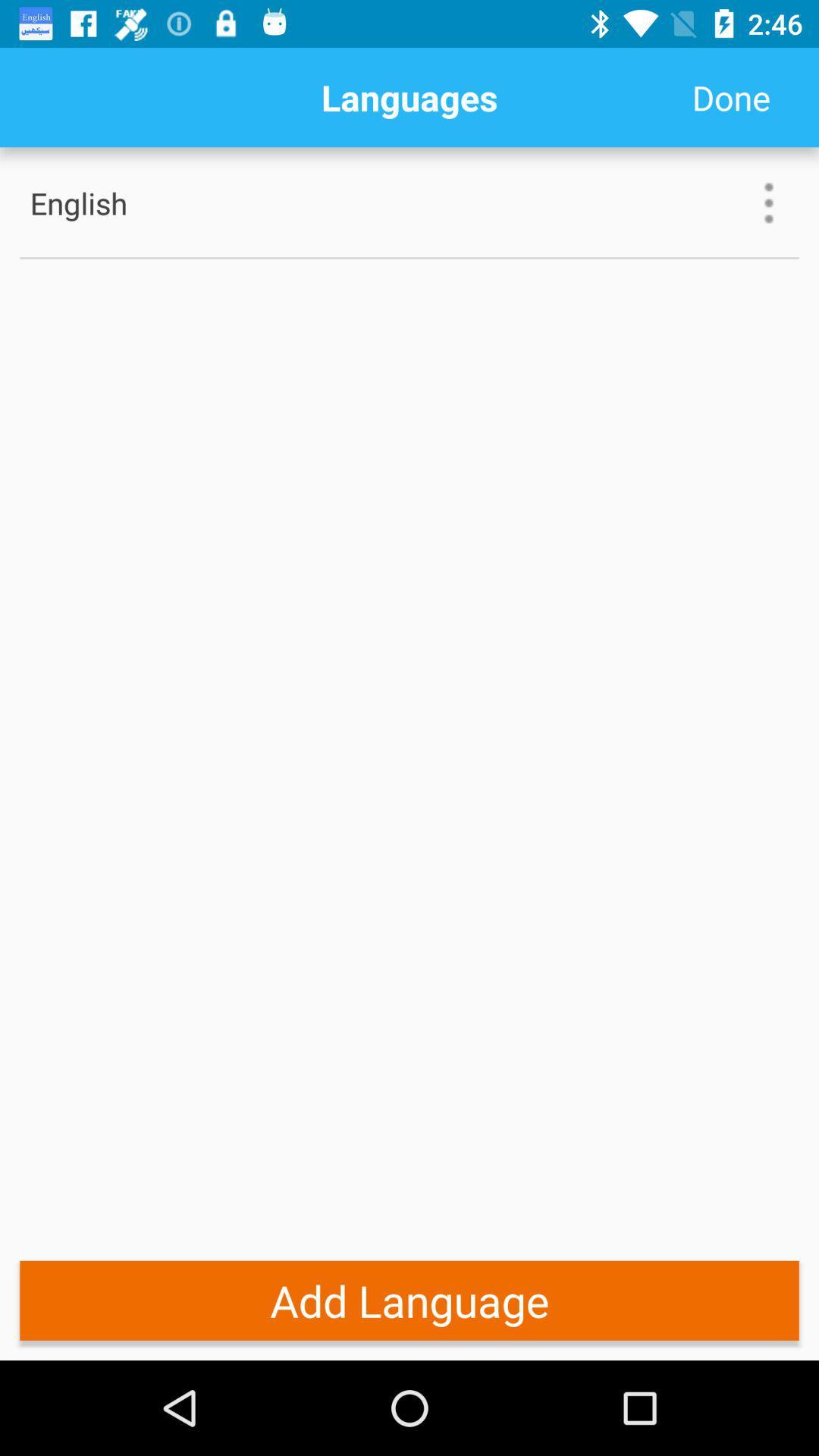 The image size is (819, 1456). What do you see at coordinates (409, 258) in the screenshot?
I see `item above add language icon` at bounding box center [409, 258].